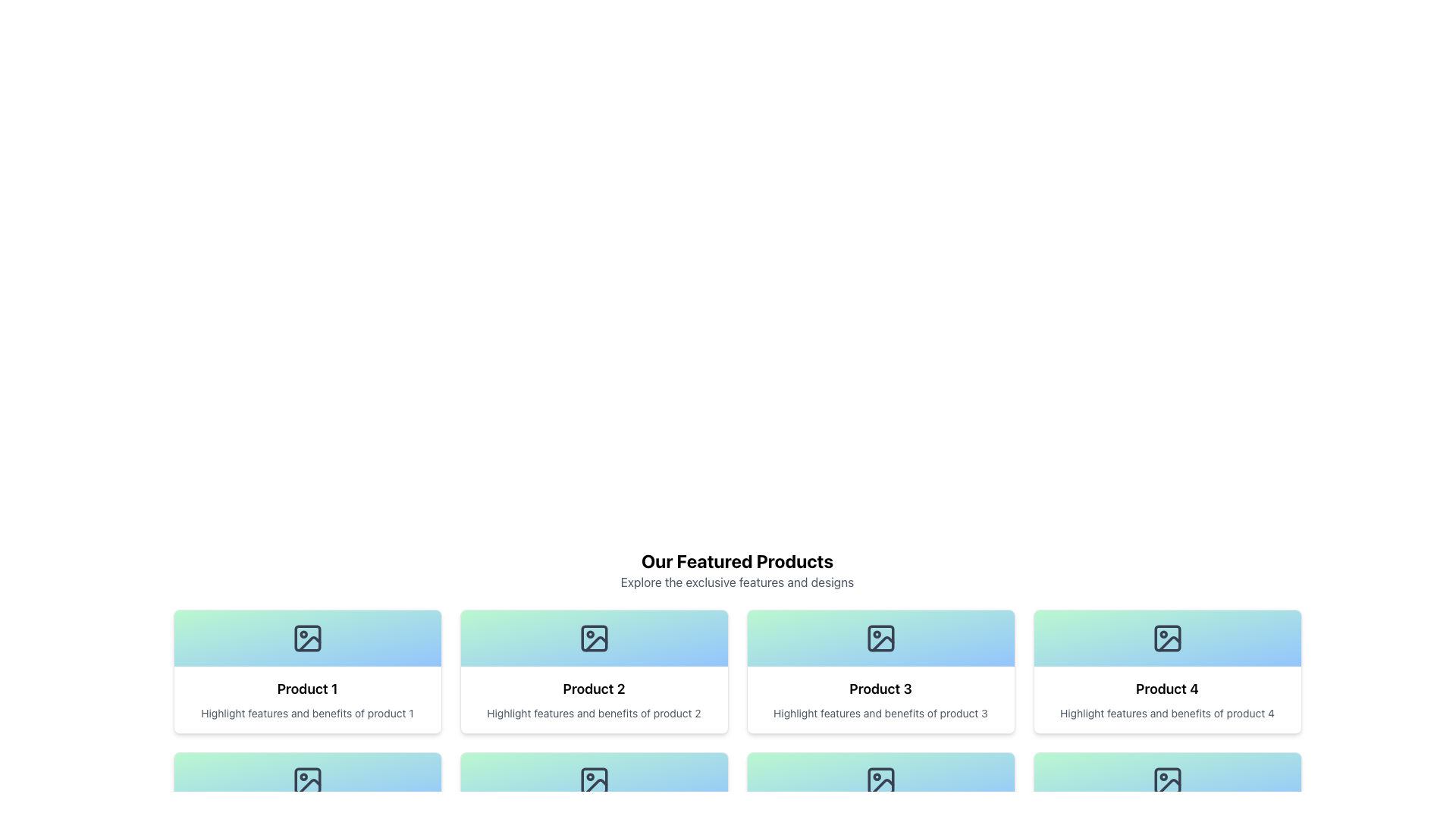 The width and height of the screenshot is (1456, 819). What do you see at coordinates (593, 780) in the screenshot?
I see `the transparent rectangle with rounded corners located inside the image icon in the second row, first column of the product cards grid in the 'Our Featured Products' section` at bounding box center [593, 780].